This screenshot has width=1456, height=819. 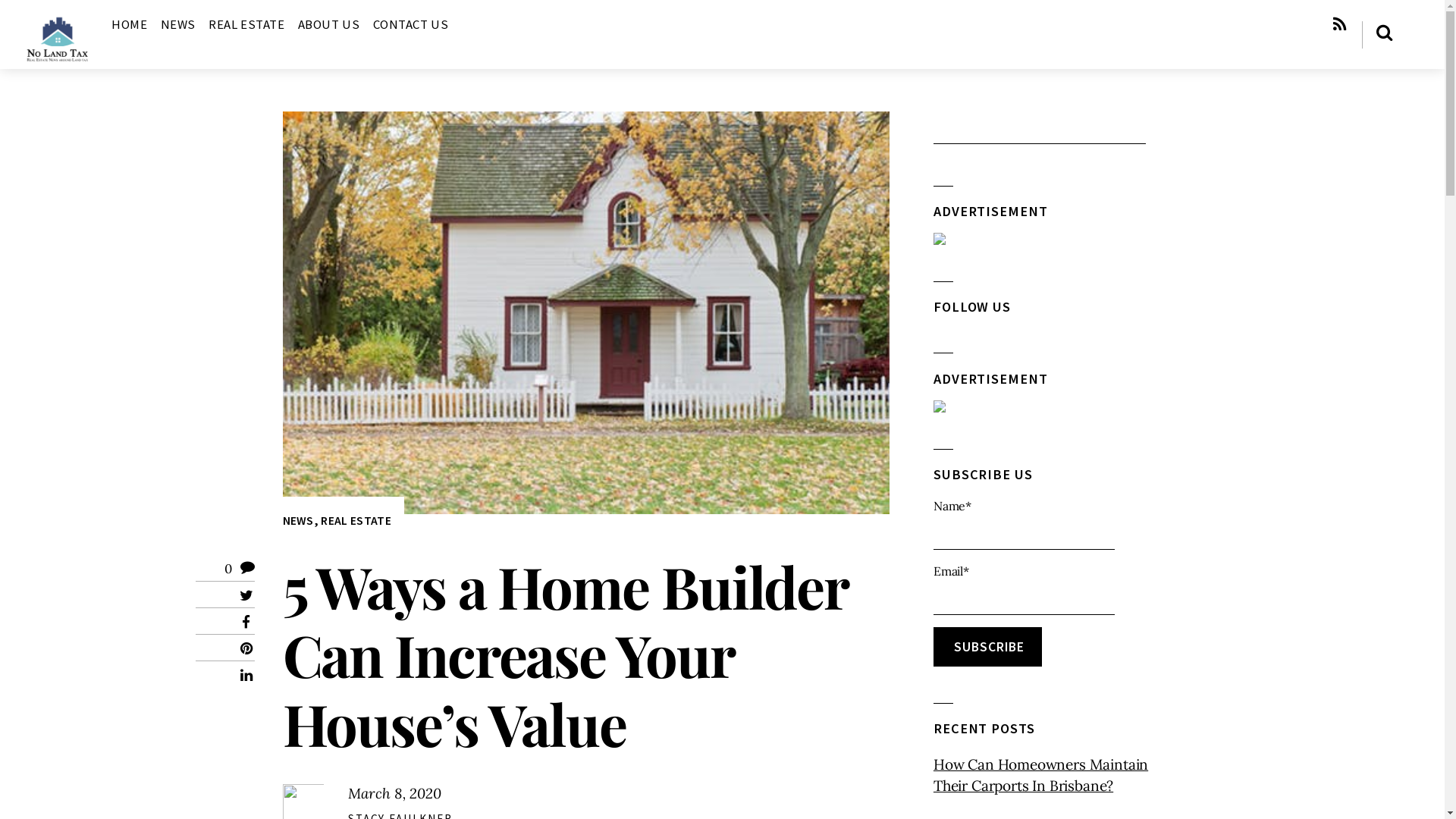 I want to click on 'Twitter', so click(x=237, y=595).